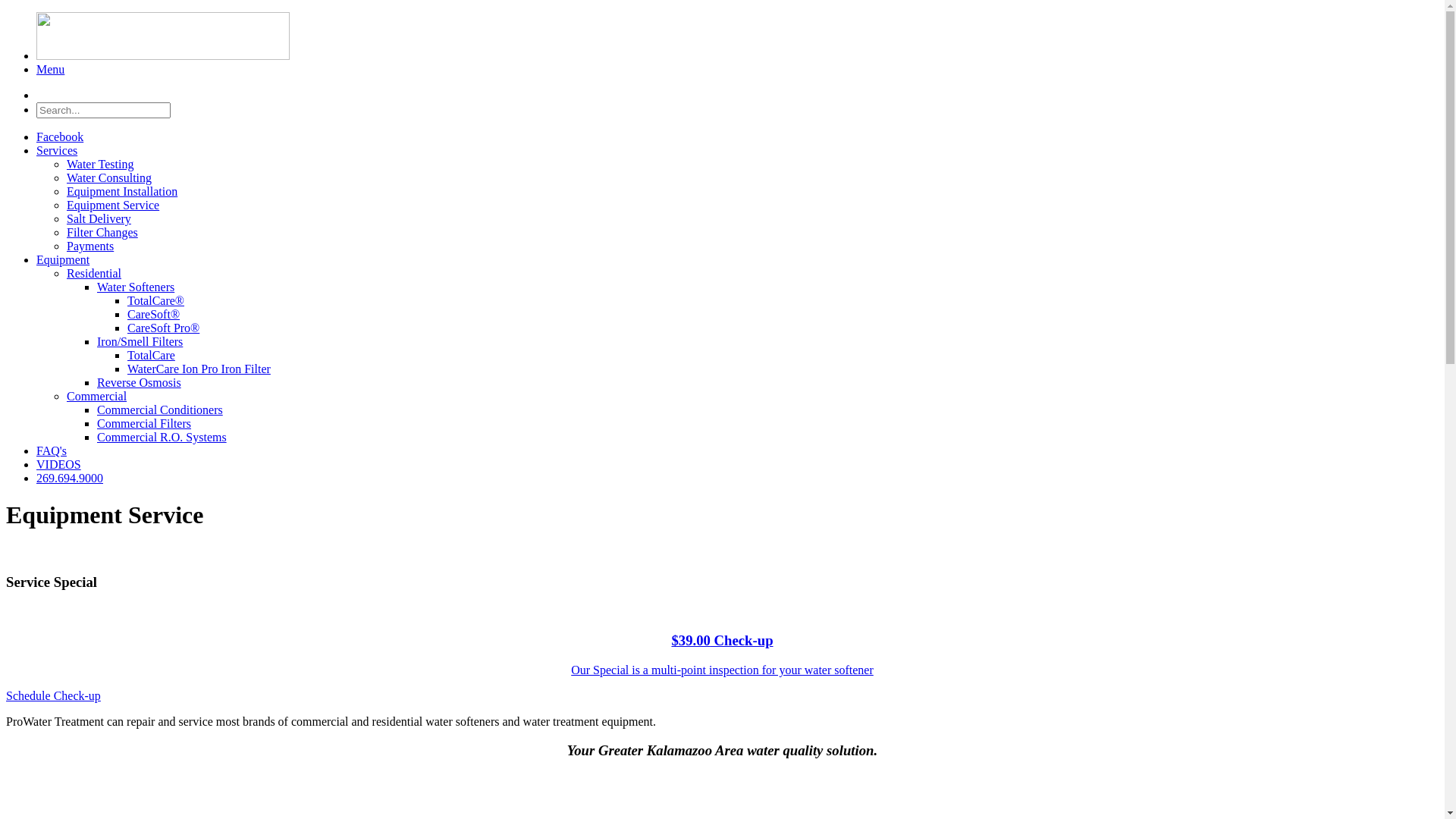 This screenshot has height=819, width=1456. What do you see at coordinates (89, 245) in the screenshot?
I see `'Payments'` at bounding box center [89, 245].